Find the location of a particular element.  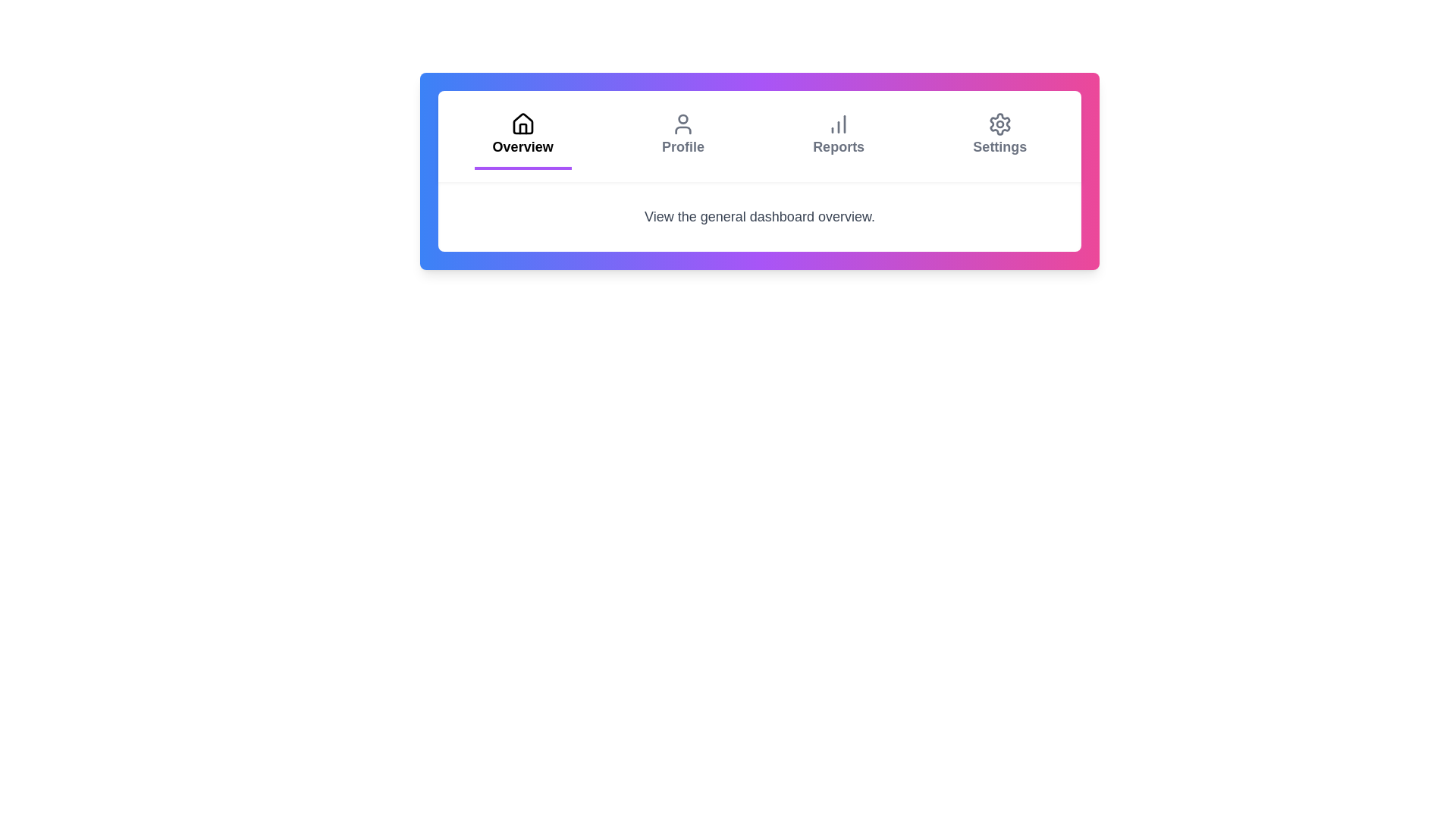

the text element displaying 'View the general dashboard overview' located beneath the navigation bar with a white background is located at coordinates (760, 216).